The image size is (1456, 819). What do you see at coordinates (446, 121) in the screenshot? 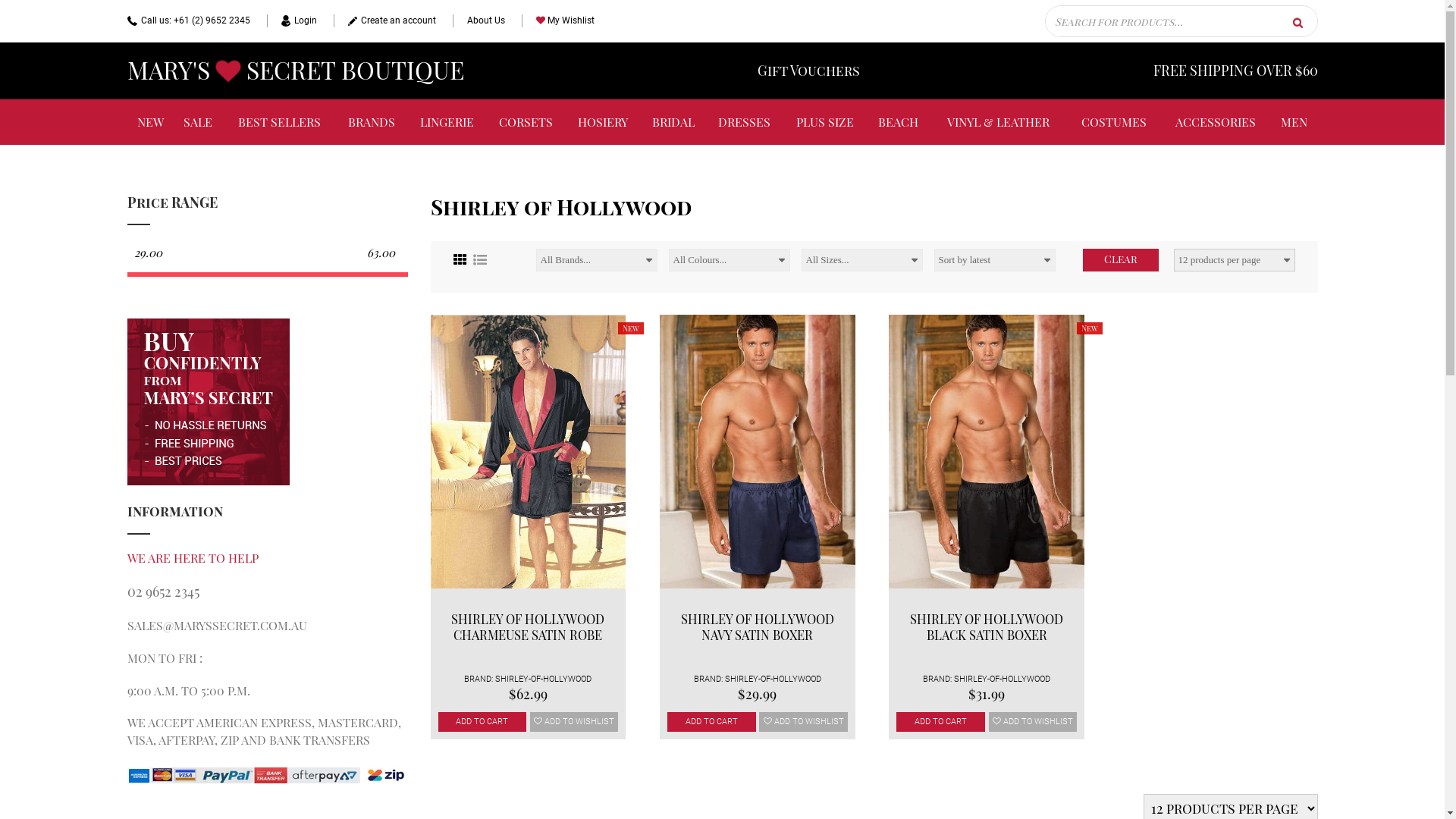
I see `'LINGERIE'` at bounding box center [446, 121].